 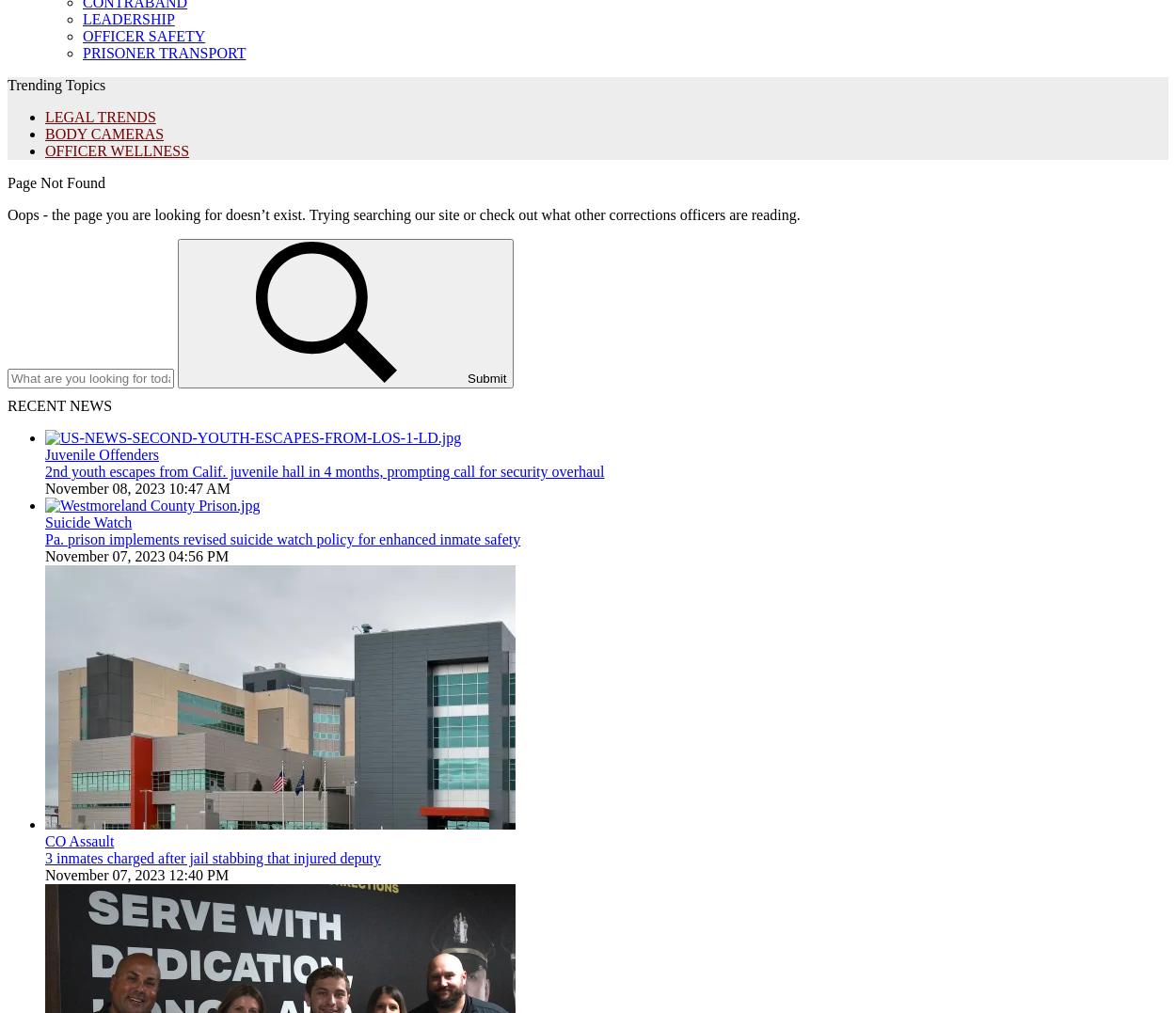 What do you see at coordinates (44, 522) in the screenshot?
I see `'Suicide Watch'` at bounding box center [44, 522].